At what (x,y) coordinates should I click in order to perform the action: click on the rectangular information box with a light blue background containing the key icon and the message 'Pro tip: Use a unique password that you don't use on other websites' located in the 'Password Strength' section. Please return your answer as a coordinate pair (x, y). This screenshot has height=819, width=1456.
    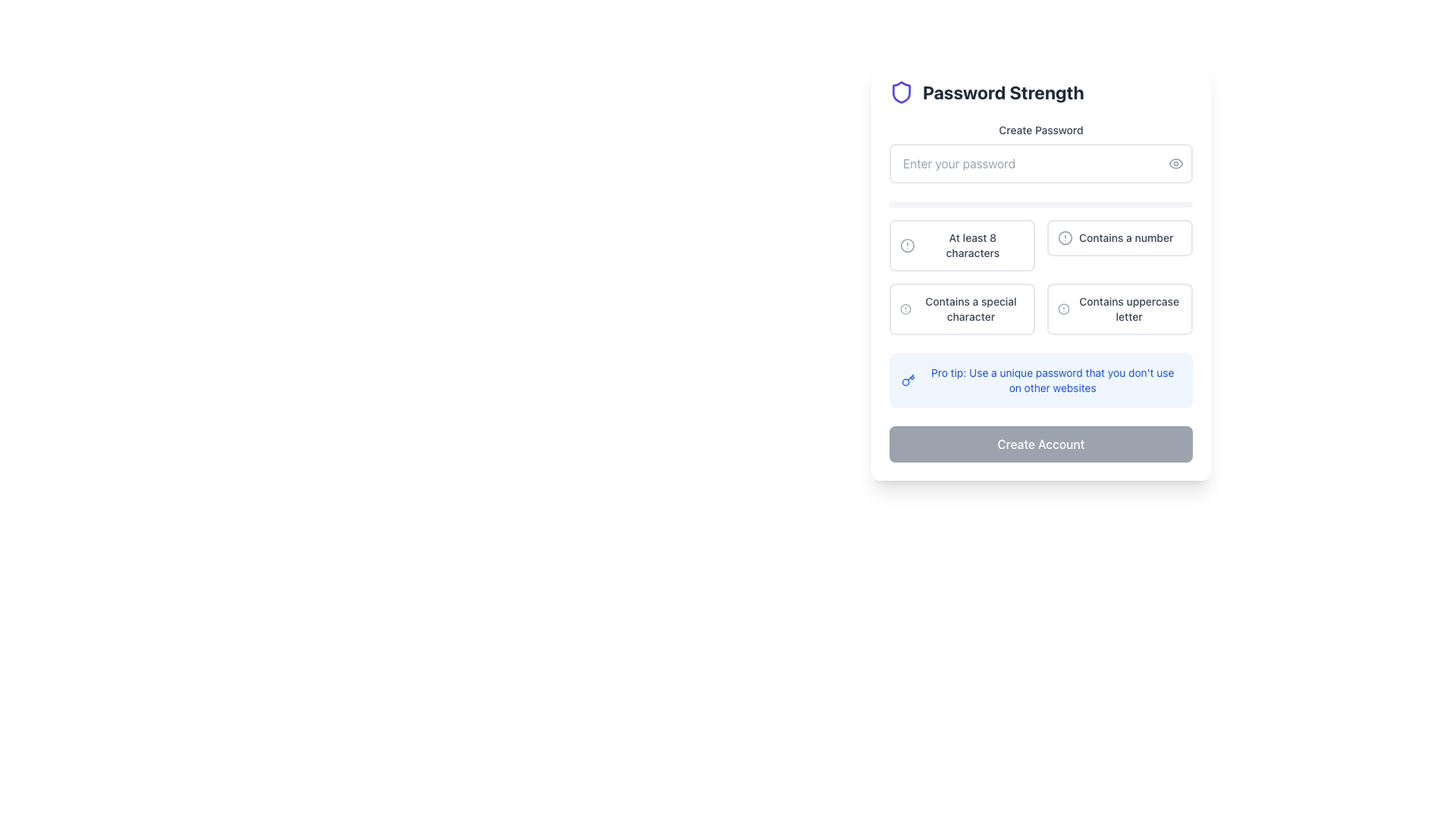
    Looking at the image, I should click on (1040, 379).